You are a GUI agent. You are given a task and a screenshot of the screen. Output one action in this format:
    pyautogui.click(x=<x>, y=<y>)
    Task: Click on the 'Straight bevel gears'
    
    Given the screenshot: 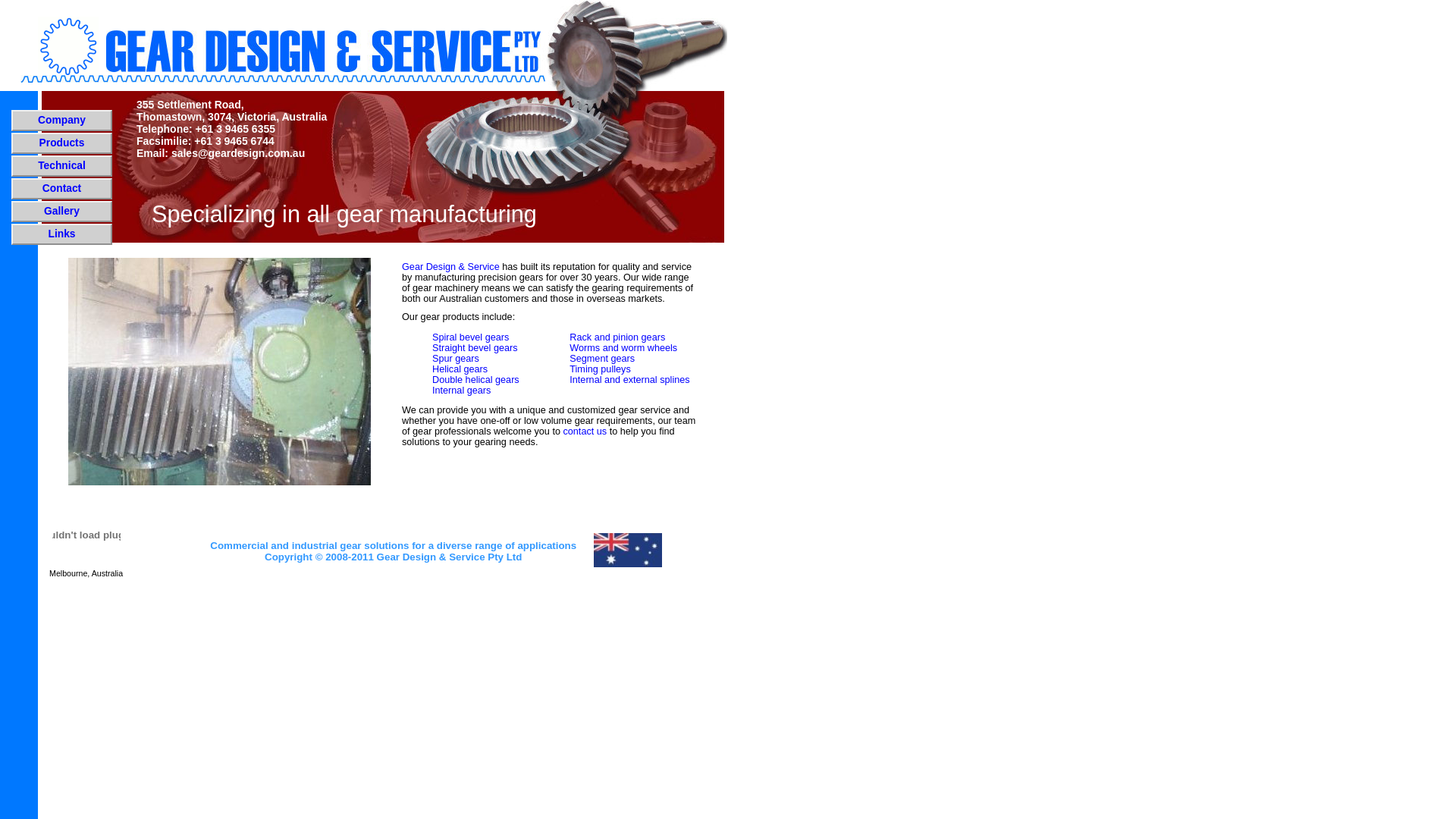 What is the action you would take?
    pyautogui.click(x=474, y=348)
    